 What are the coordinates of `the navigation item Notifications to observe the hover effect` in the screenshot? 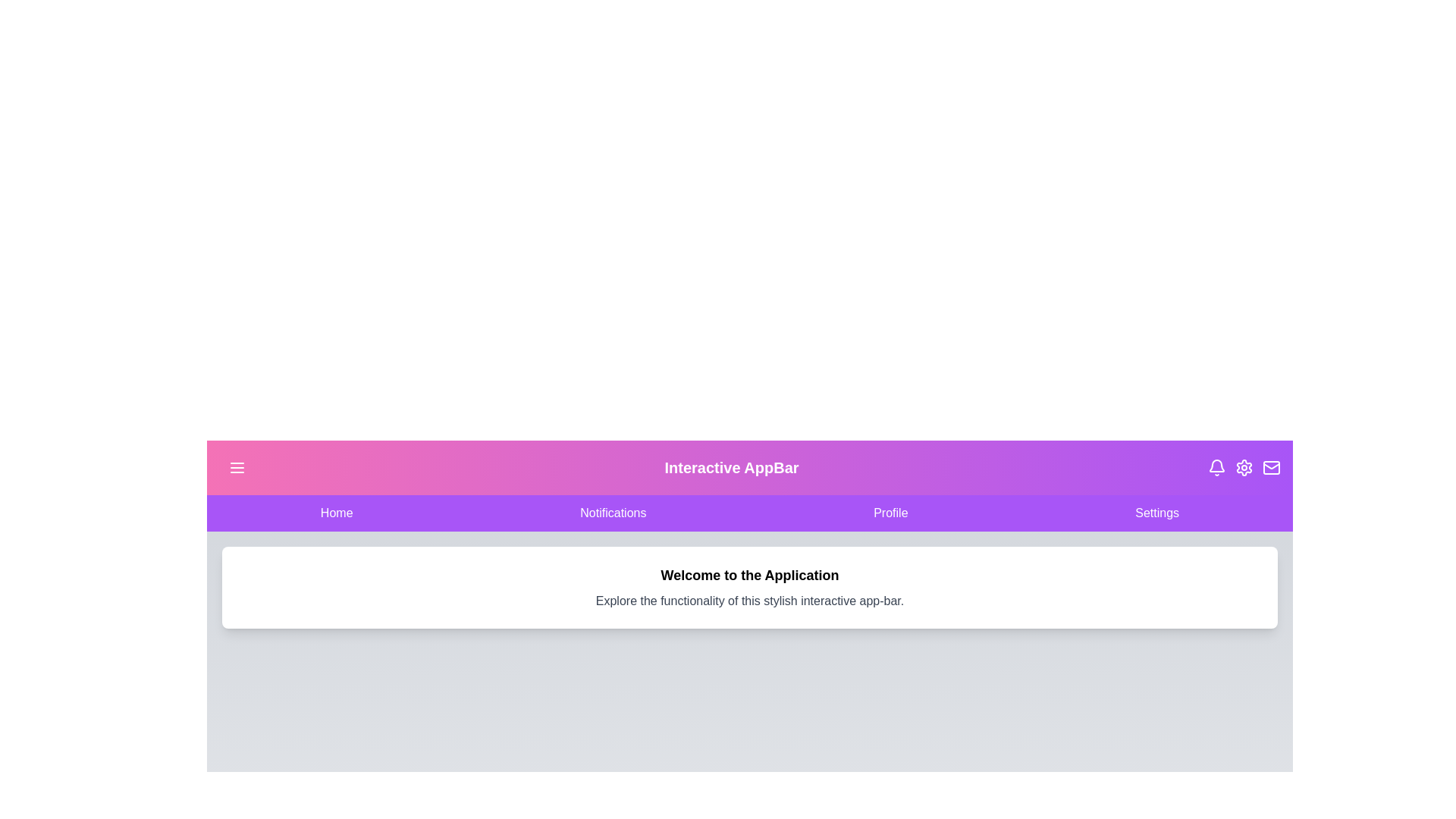 It's located at (613, 513).